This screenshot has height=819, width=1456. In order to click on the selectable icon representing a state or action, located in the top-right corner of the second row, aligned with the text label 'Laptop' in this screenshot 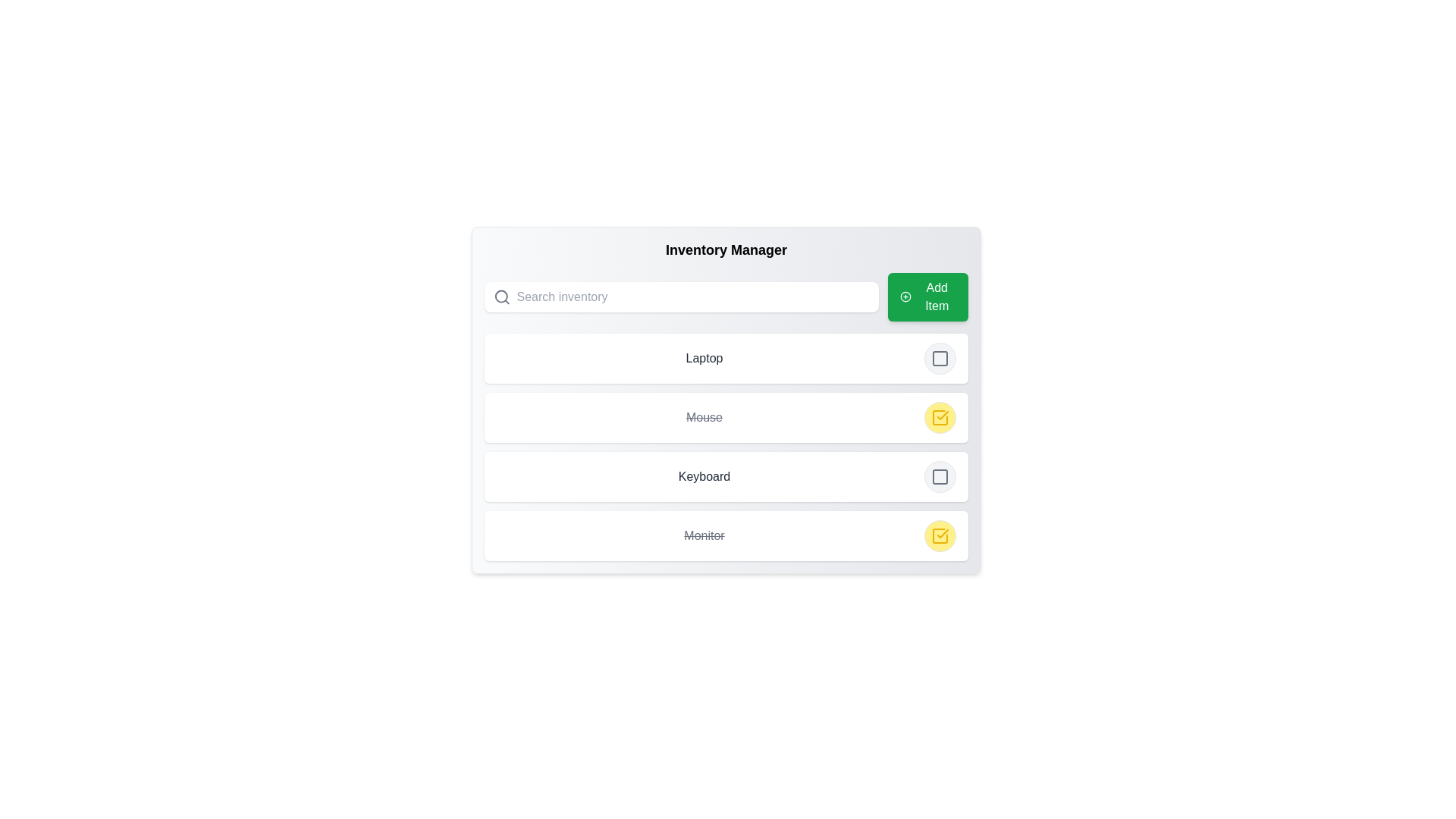, I will do `click(939, 359)`.